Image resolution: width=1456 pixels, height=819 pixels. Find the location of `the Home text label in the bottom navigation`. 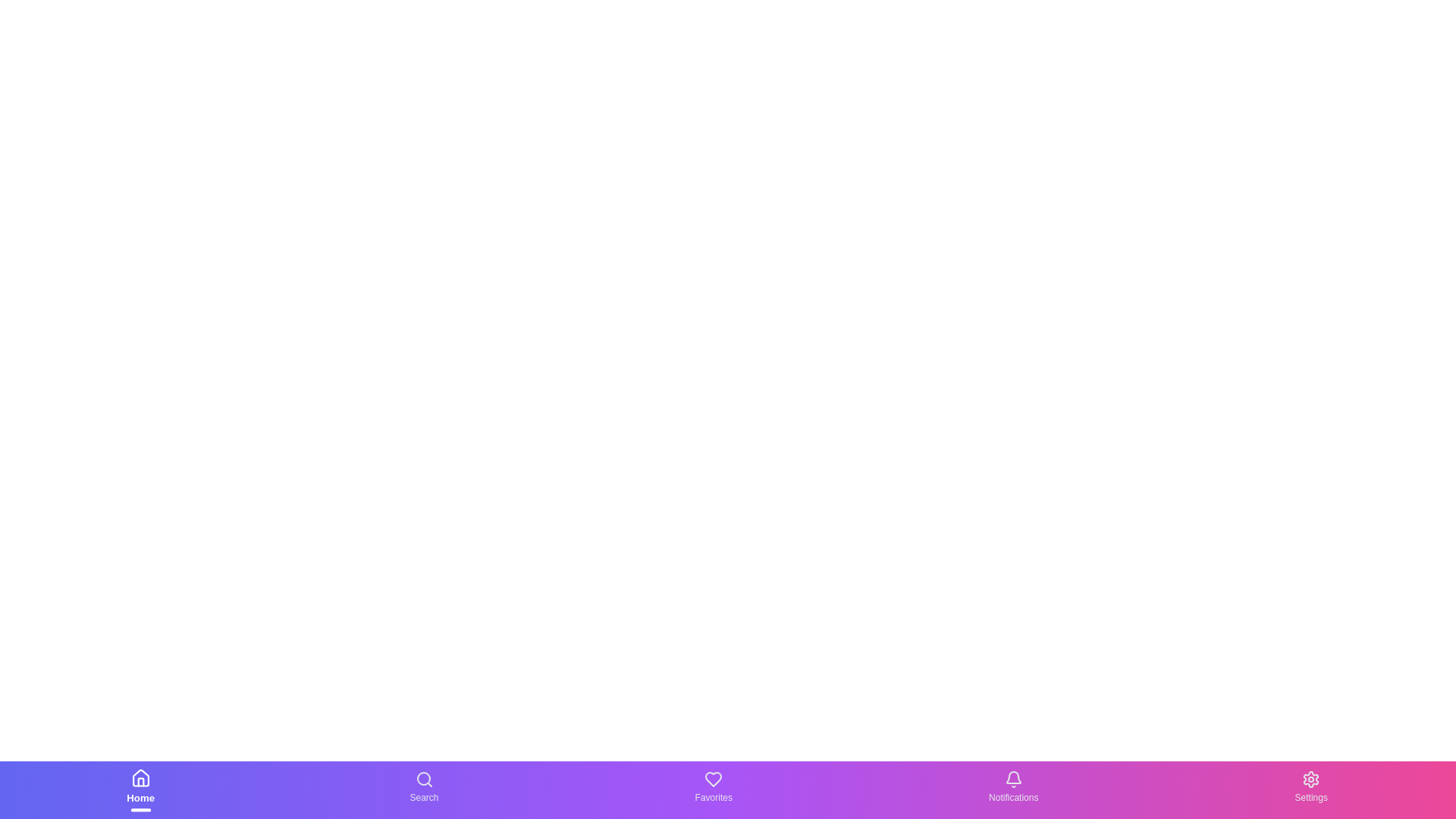

the Home text label in the bottom navigation is located at coordinates (140, 789).